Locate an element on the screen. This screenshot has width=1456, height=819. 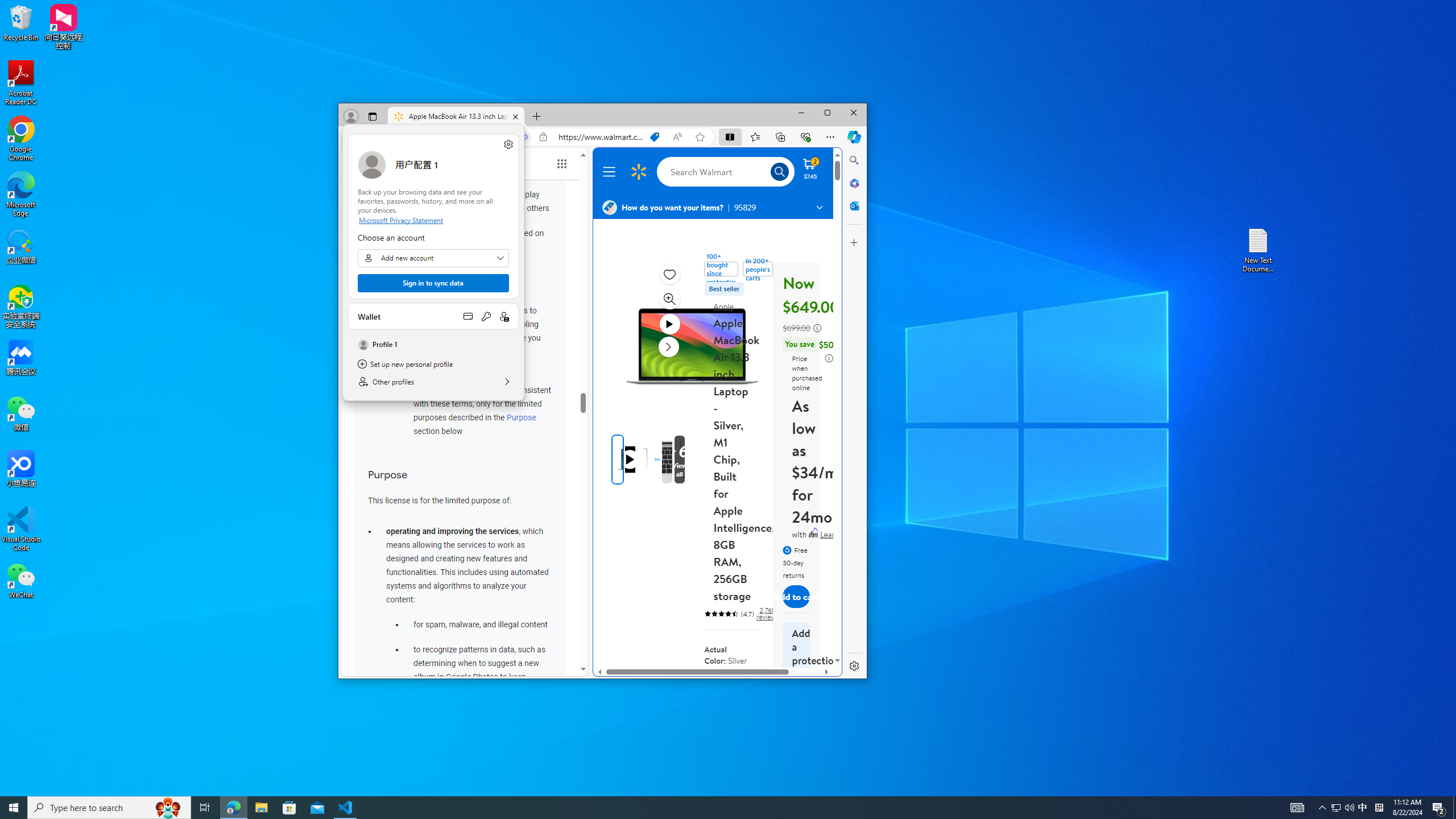
'Apple' is located at coordinates (723, 305).